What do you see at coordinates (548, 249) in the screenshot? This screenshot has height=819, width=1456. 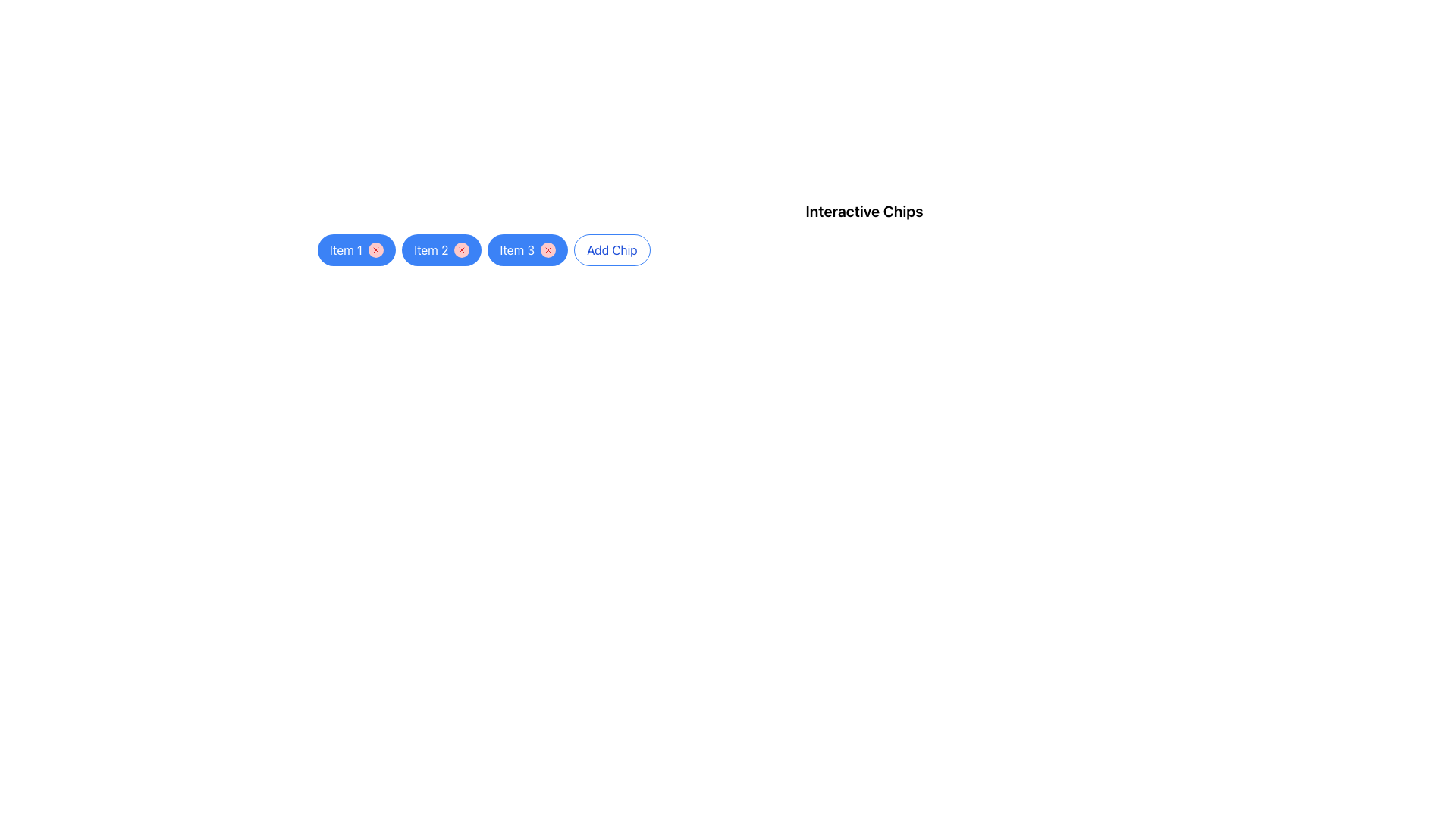 I see `the delete button represented as an 'X' icon associated with 'Item 3'` at bounding box center [548, 249].